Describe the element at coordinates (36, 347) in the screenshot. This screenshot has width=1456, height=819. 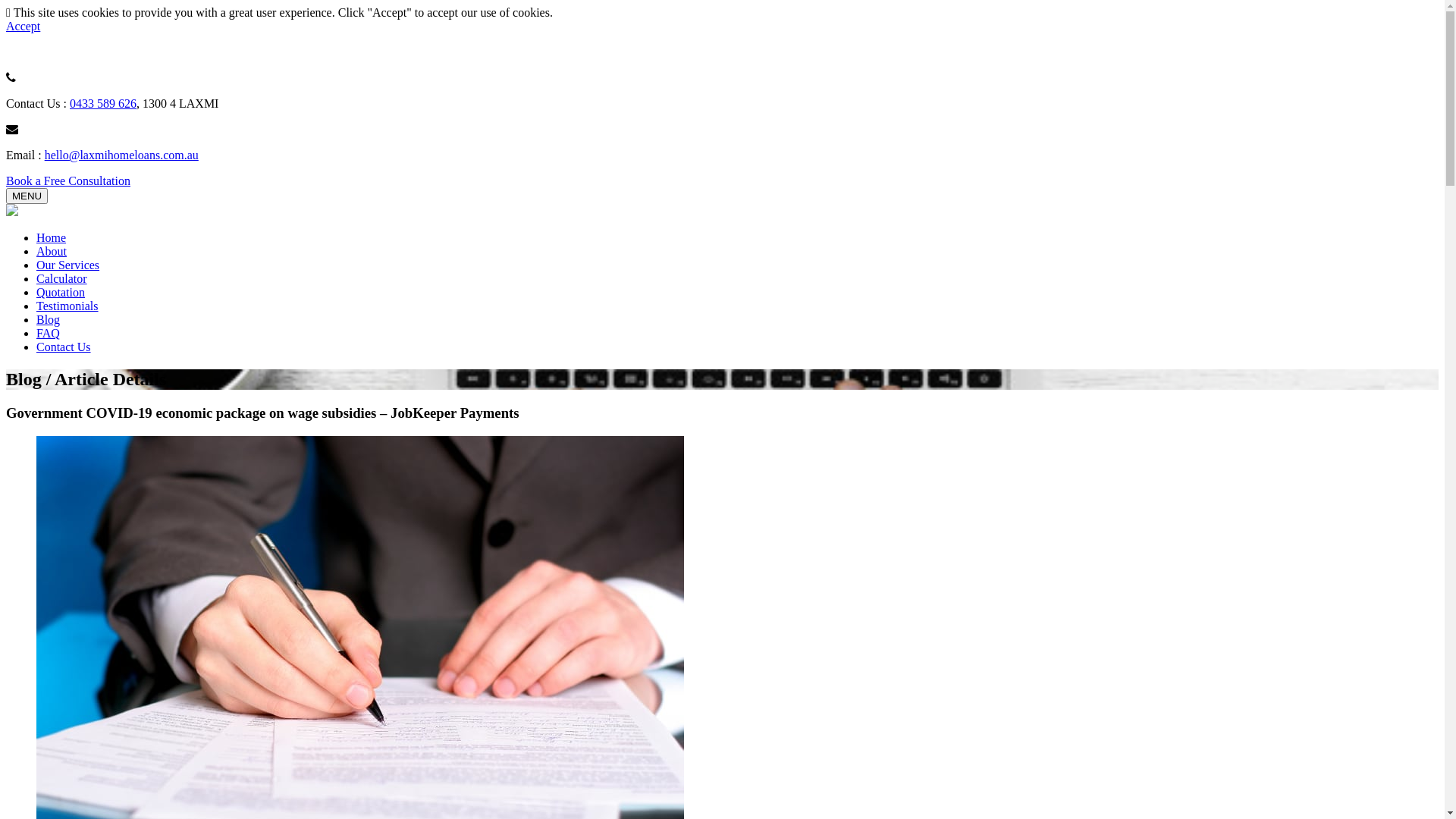
I see `'Contact Us'` at that location.